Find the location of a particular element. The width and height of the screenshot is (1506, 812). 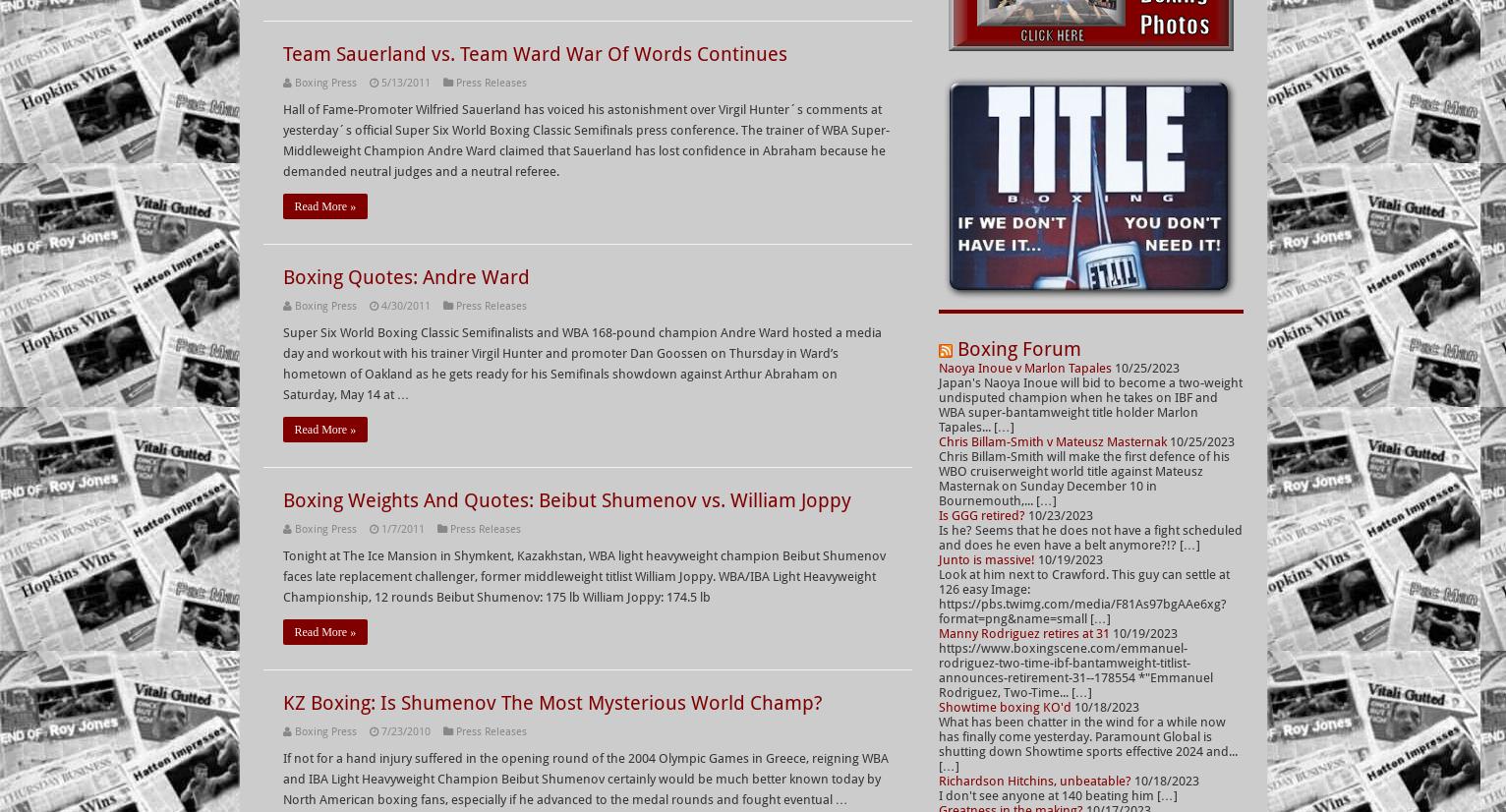

'Chris Billam-Smith v Mateusz Masternak' is located at coordinates (936, 440).